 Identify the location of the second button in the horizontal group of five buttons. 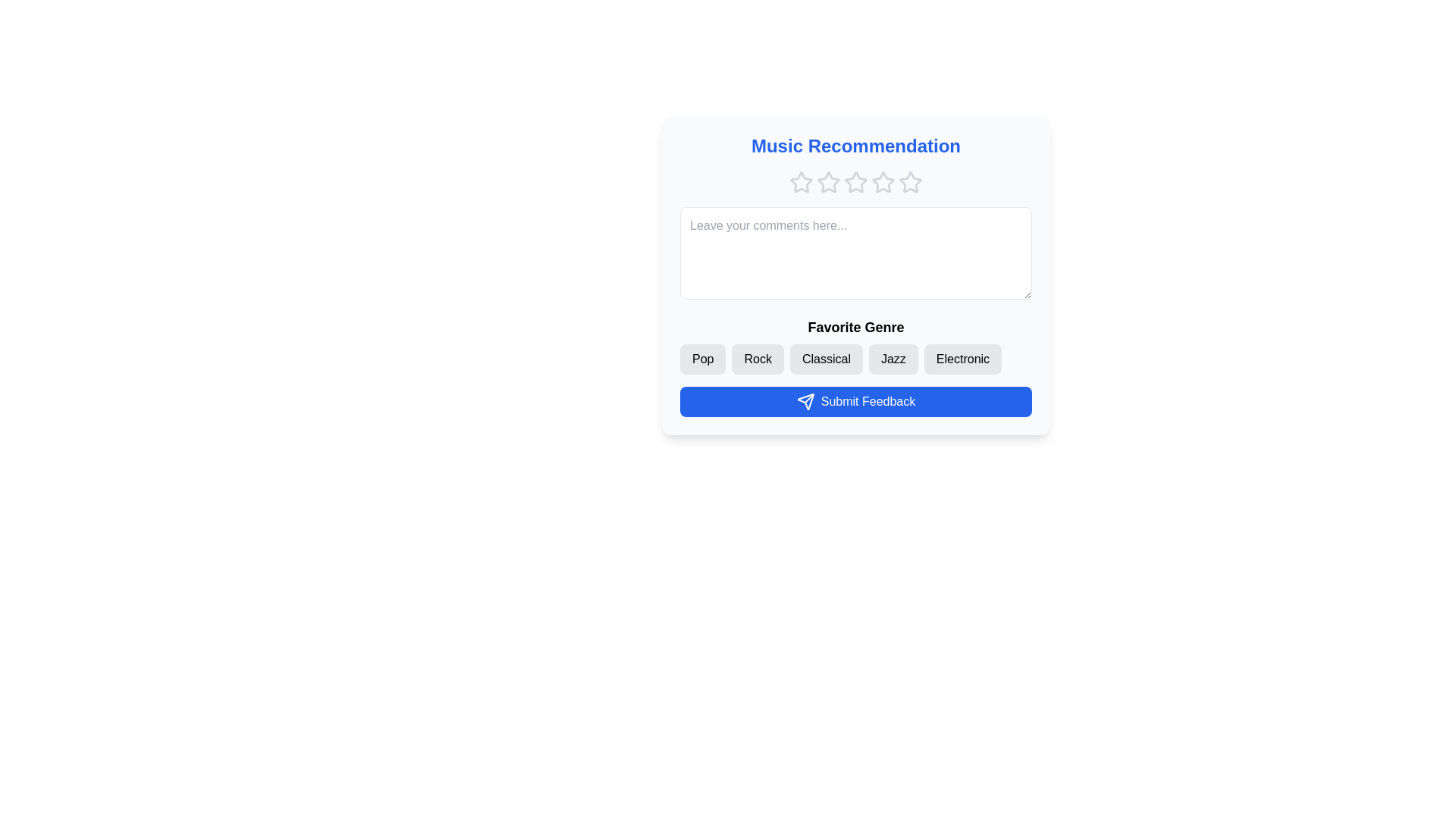
(758, 359).